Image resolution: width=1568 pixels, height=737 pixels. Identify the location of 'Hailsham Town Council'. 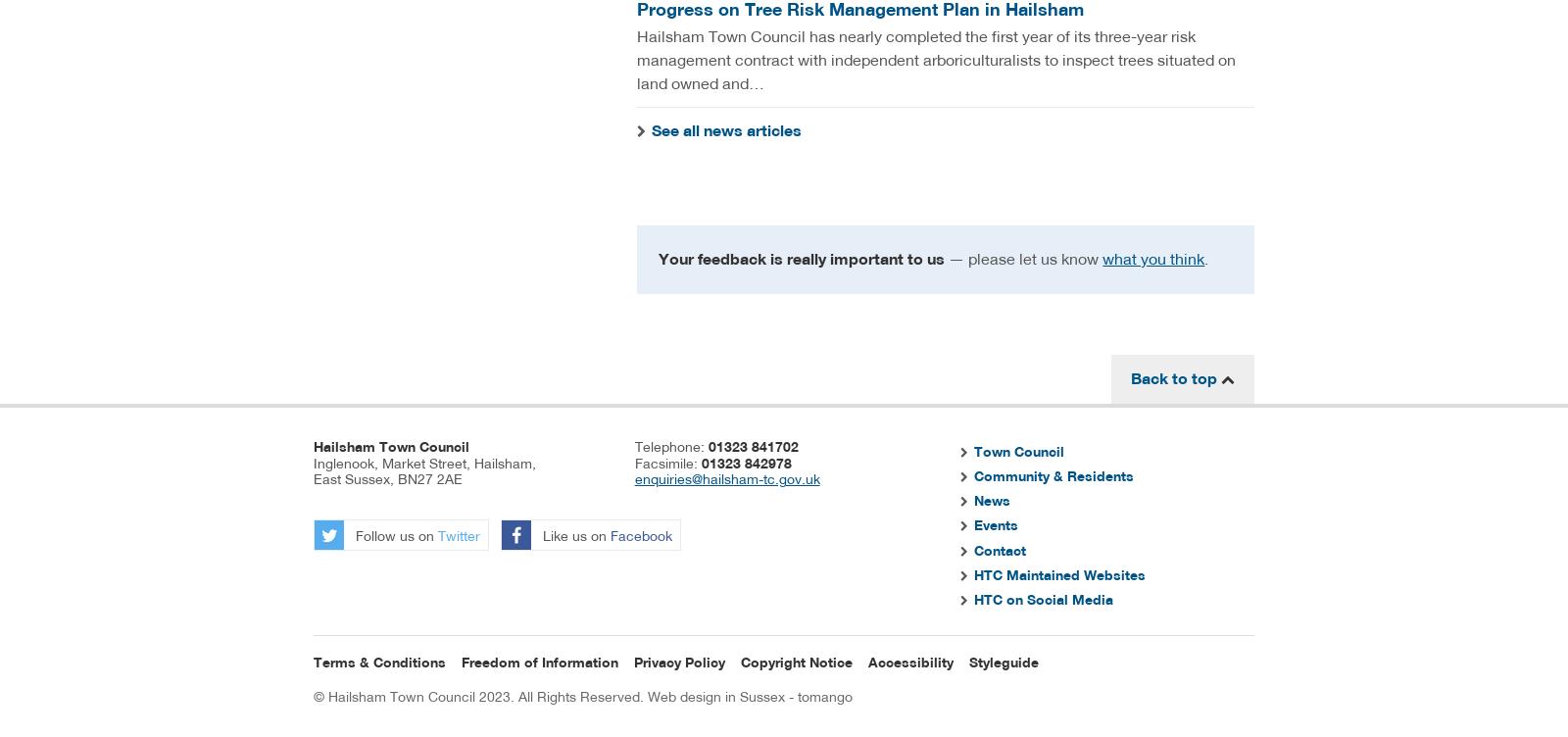
(391, 445).